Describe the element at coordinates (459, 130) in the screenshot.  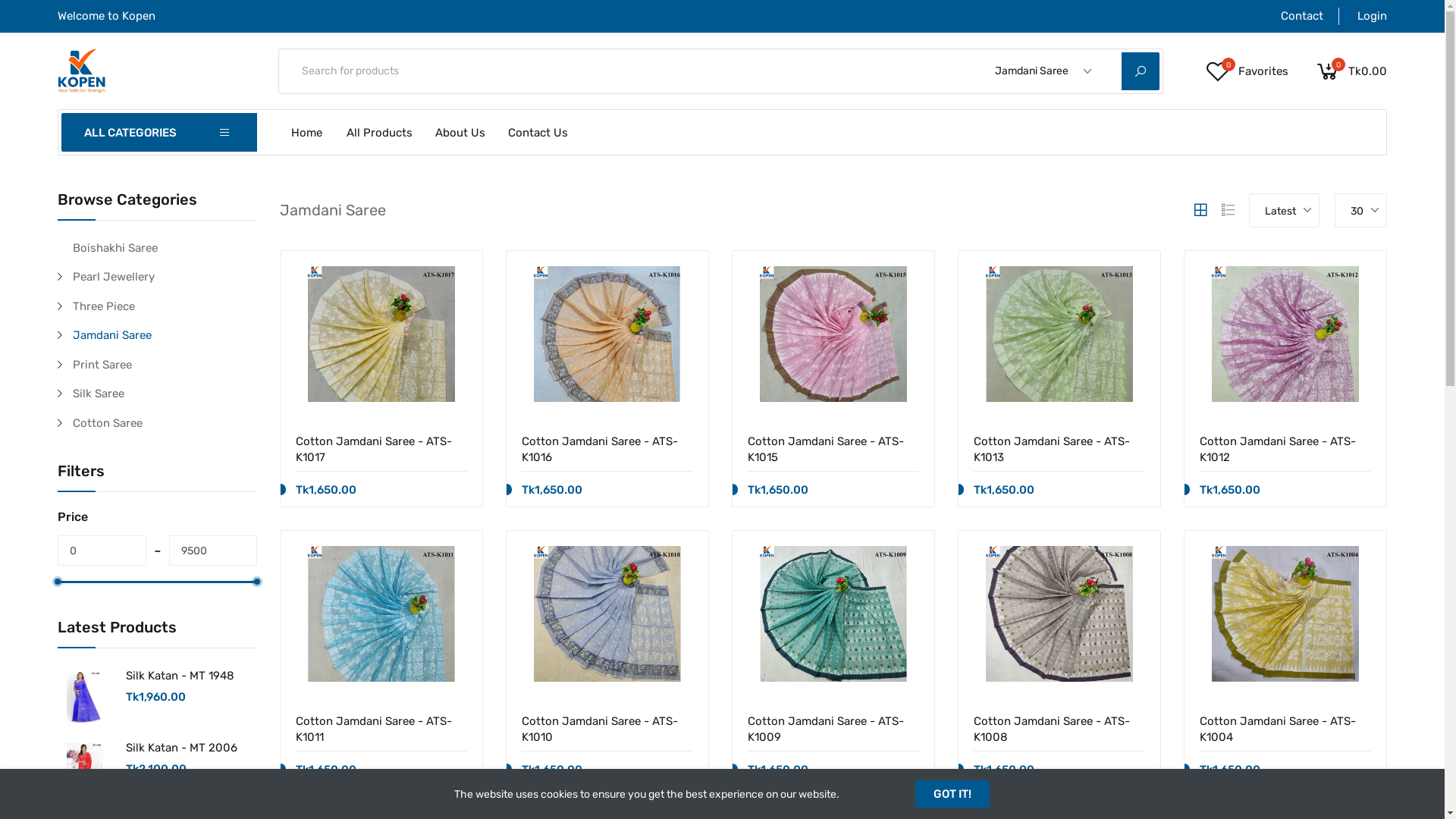
I see `'About Us'` at that location.